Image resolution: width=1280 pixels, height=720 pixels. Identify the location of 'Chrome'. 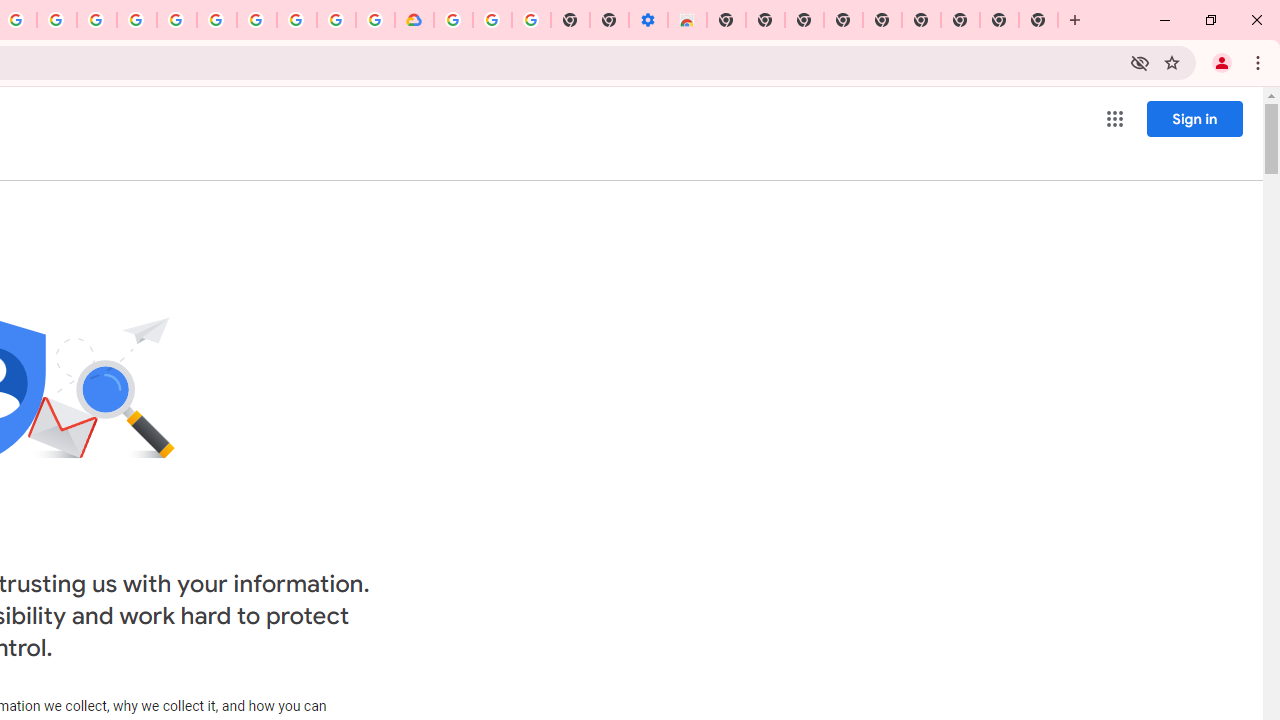
(1259, 61).